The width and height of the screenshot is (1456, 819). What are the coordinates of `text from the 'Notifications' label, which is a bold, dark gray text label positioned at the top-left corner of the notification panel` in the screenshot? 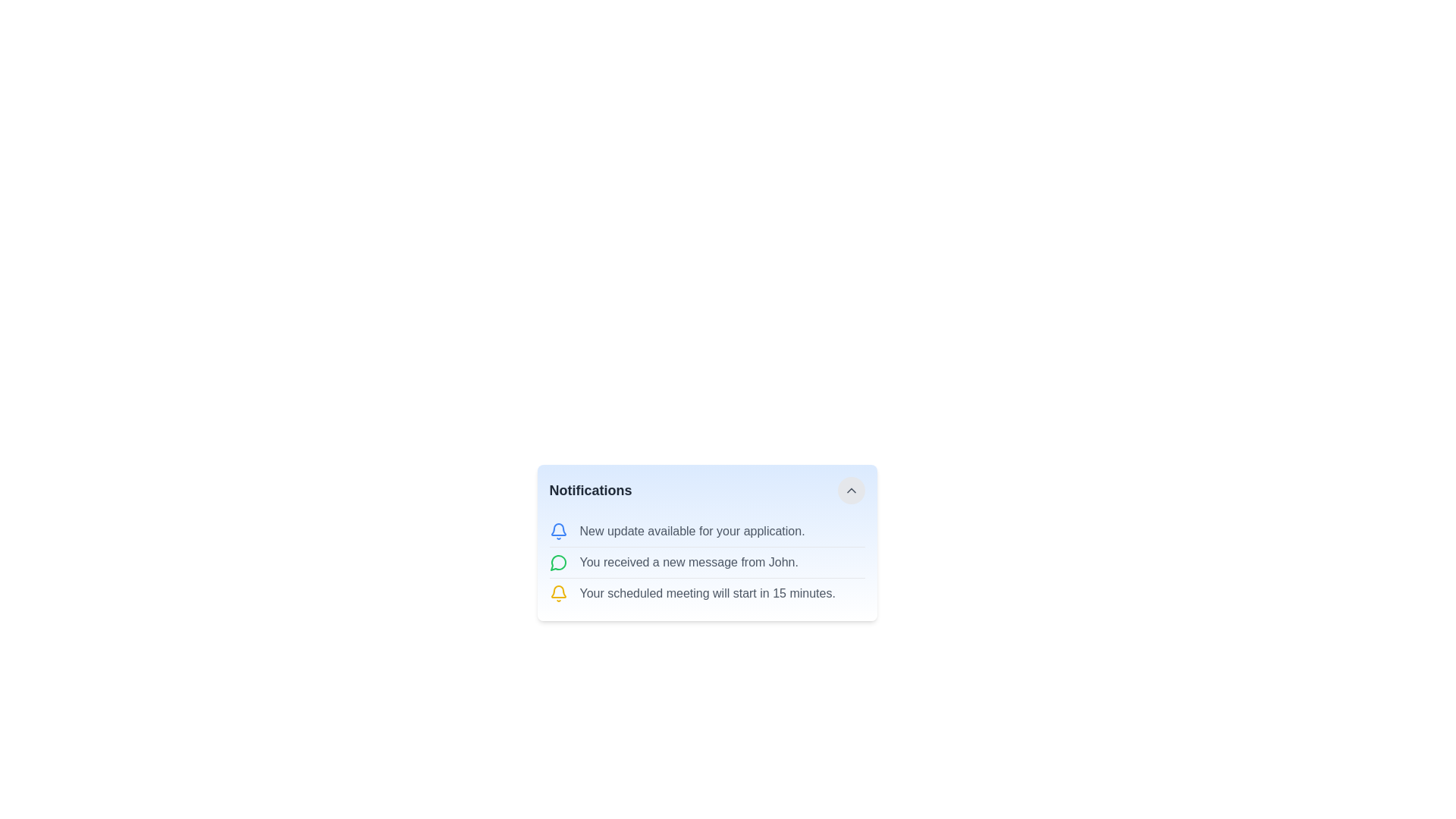 It's located at (589, 491).